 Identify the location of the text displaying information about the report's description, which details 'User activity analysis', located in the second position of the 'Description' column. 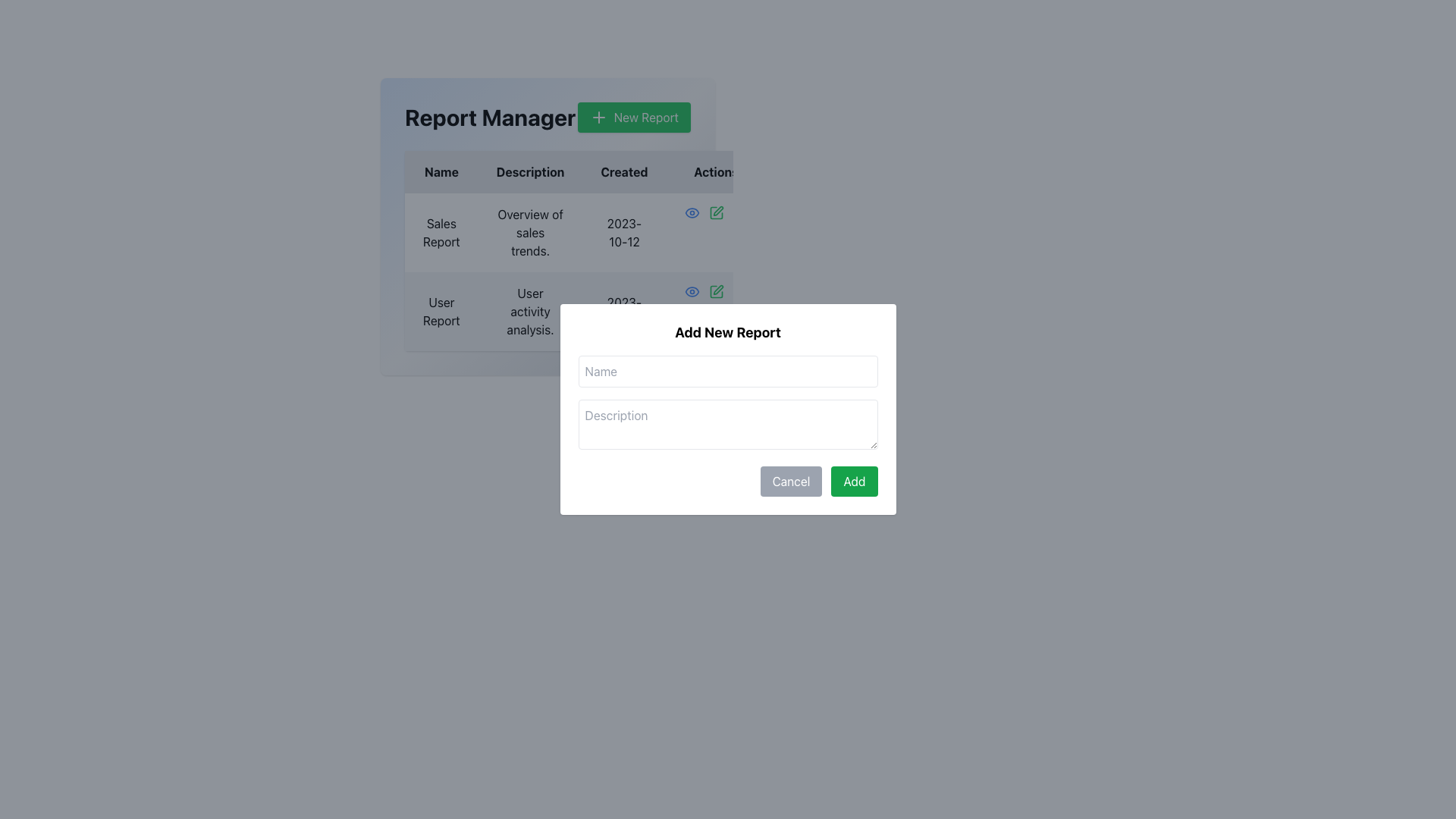
(530, 311).